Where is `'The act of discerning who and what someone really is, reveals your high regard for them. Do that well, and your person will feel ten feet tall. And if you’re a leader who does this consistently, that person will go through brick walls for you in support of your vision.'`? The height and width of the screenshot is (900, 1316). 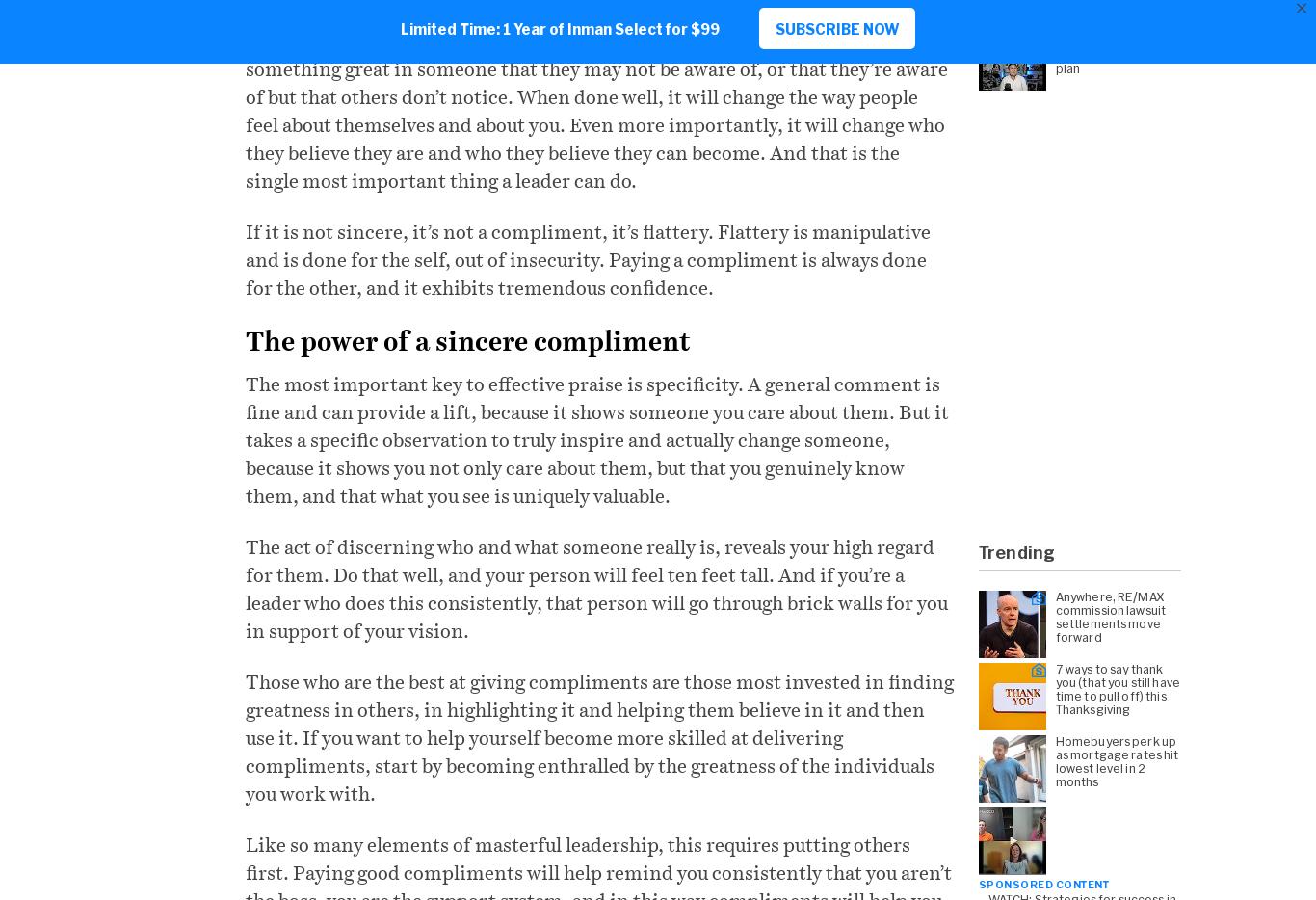 'The act of discerning who and what someone really is, reveals your high regard for them. Do that well, and your person will feel ten feet tall. And if you’re a leader who does this consistently, that person will go through brick walls for you in support of your vision.' is located at coordinates (595, 588).